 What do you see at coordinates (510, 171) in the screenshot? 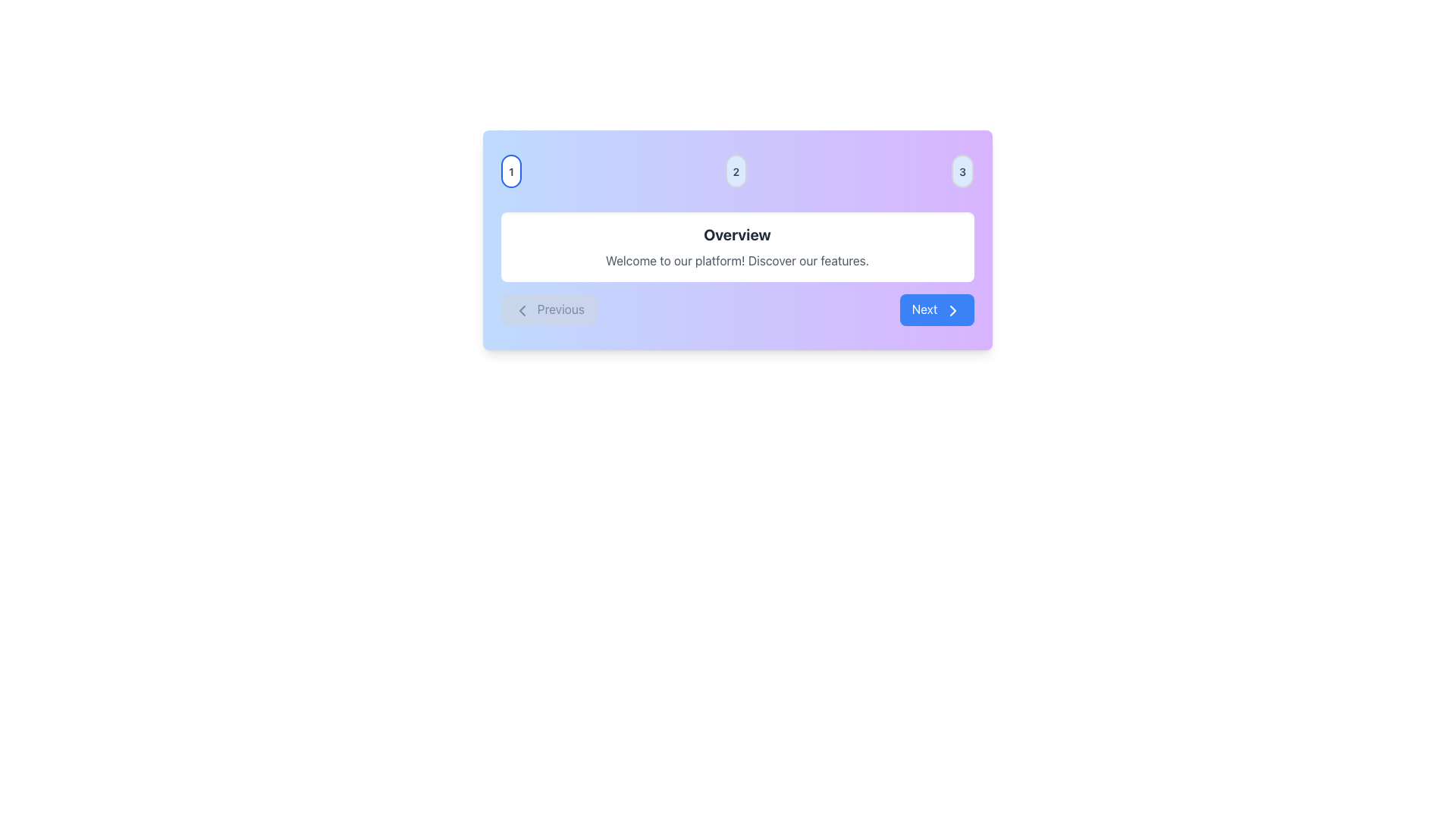
I see `the text label indicating step 1, which is located in the center of the leftmost rounded button in the horizontal navigation bar` at bounding box center [510, 171].